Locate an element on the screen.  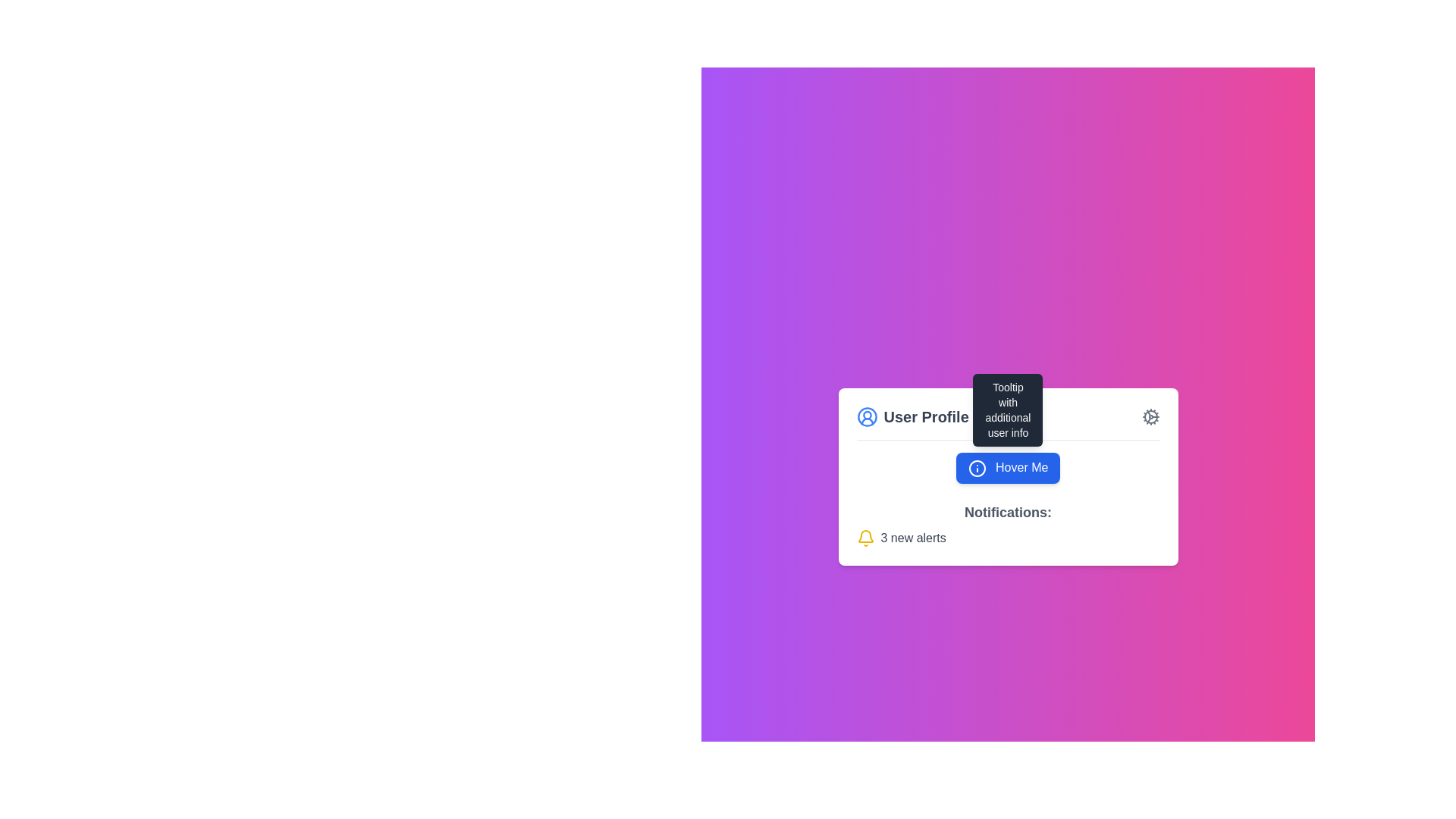
the settings control icon located in the upper right corner of the 'User Profile' section is located at coordinates (1150, 417).